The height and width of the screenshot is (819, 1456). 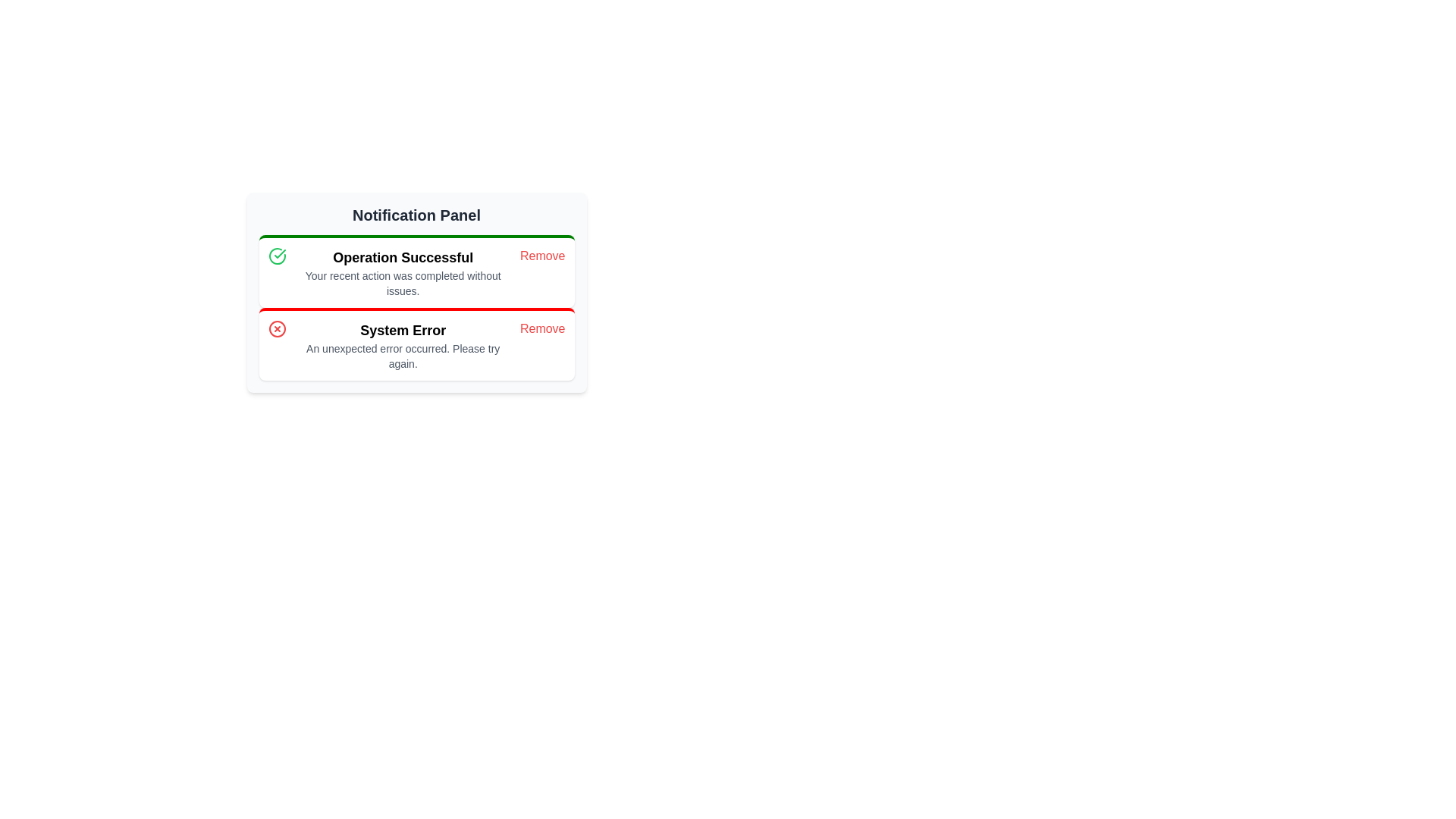 I want to click on the text element that provides additional information related to the success of the user operation, located directly below the 'Operation Successful' title within the notification card in the top-right area of the interface, so click(x=403, y=284).